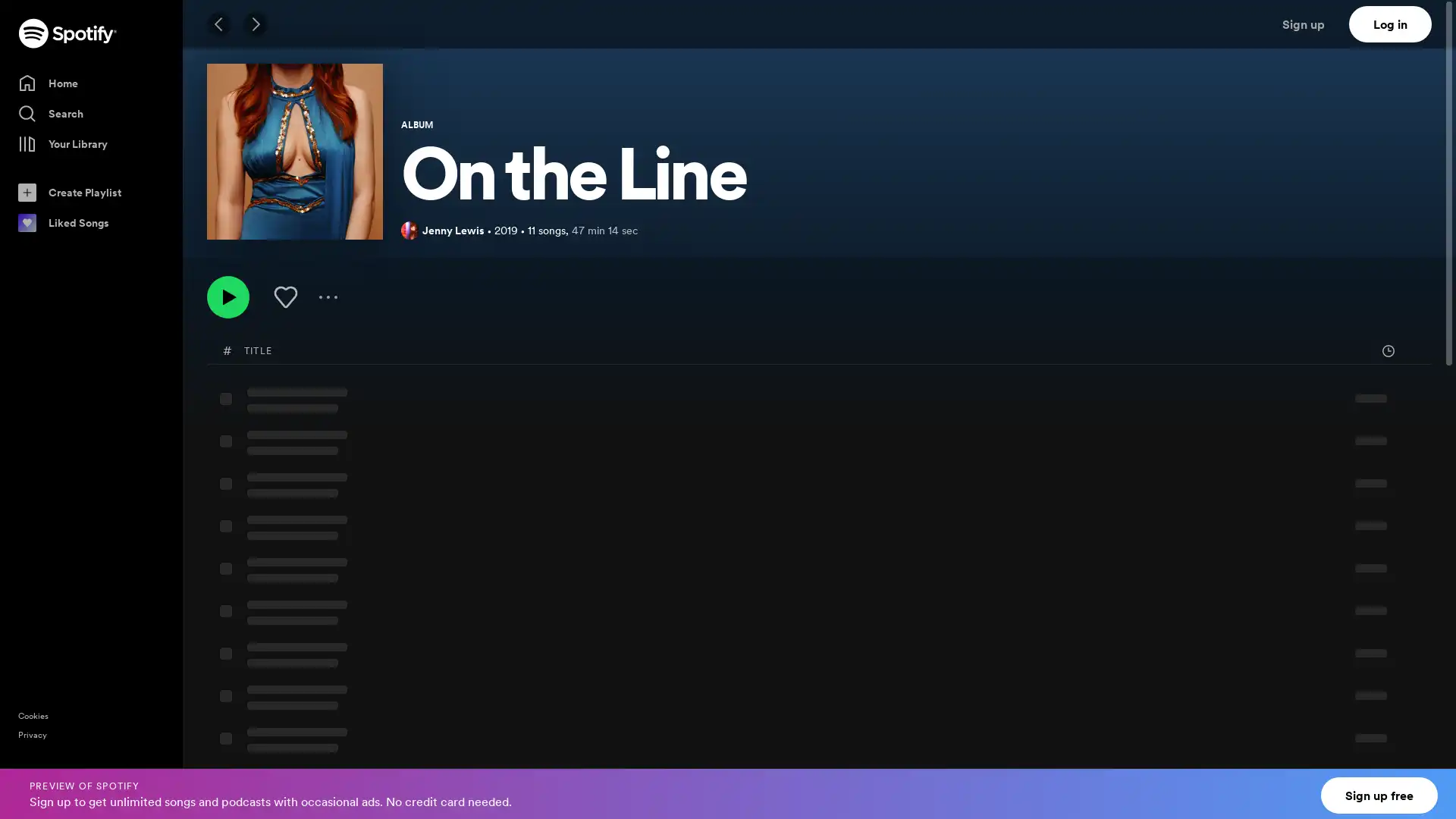 Image resolution: width=1456 pixels, height=819 pixels. Describe the element at coordinates (225, 568) in the screenshot. I see `Play Do Si Do by Jenny Lewis` at that location.